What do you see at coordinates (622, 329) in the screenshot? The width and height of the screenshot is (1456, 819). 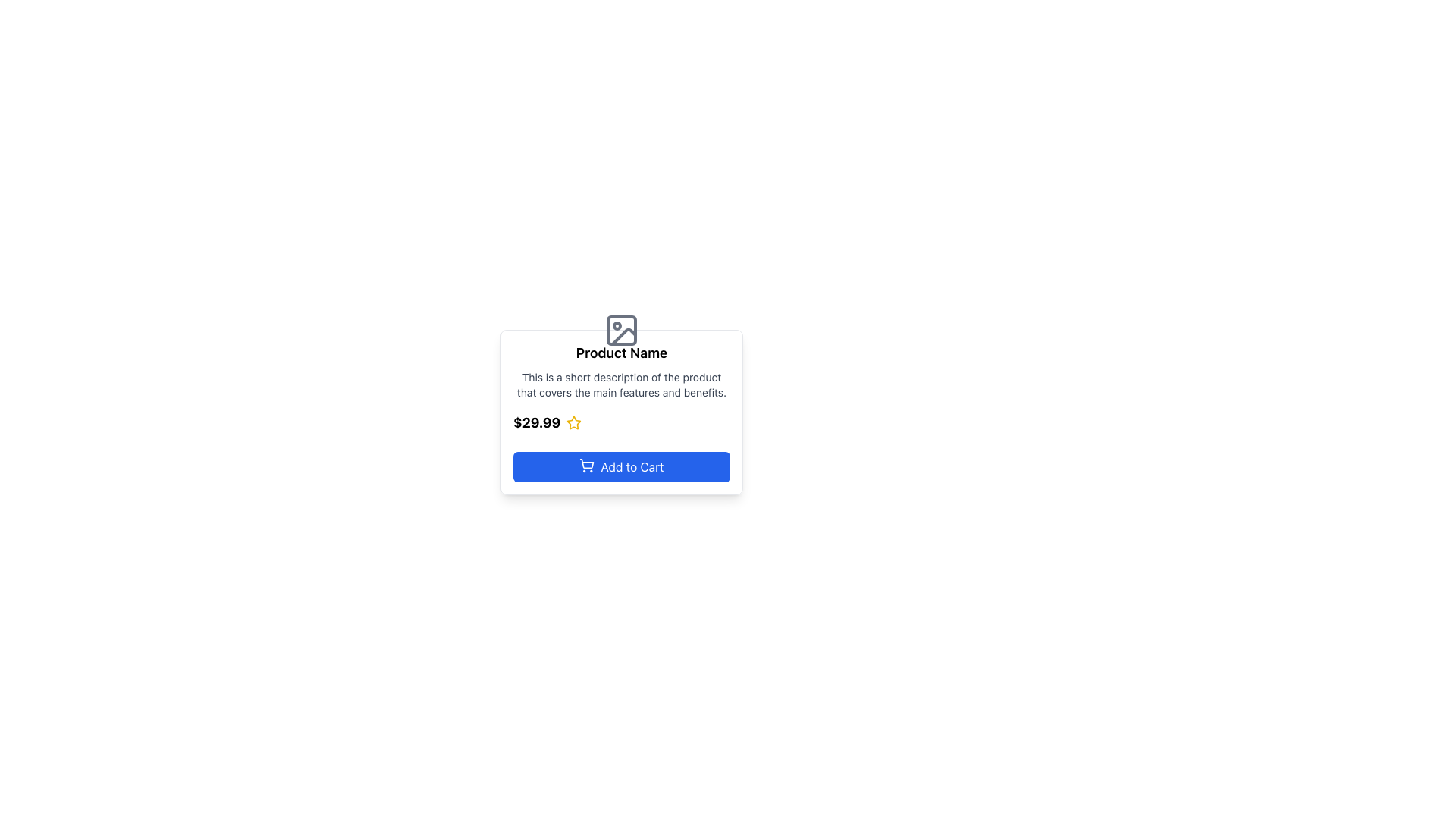 I see `the decorative graphic component inside the SVG, which is positioned at the top-left corner just above the 'Product Name' heading in the card layout` at bounding box center [622, 329].